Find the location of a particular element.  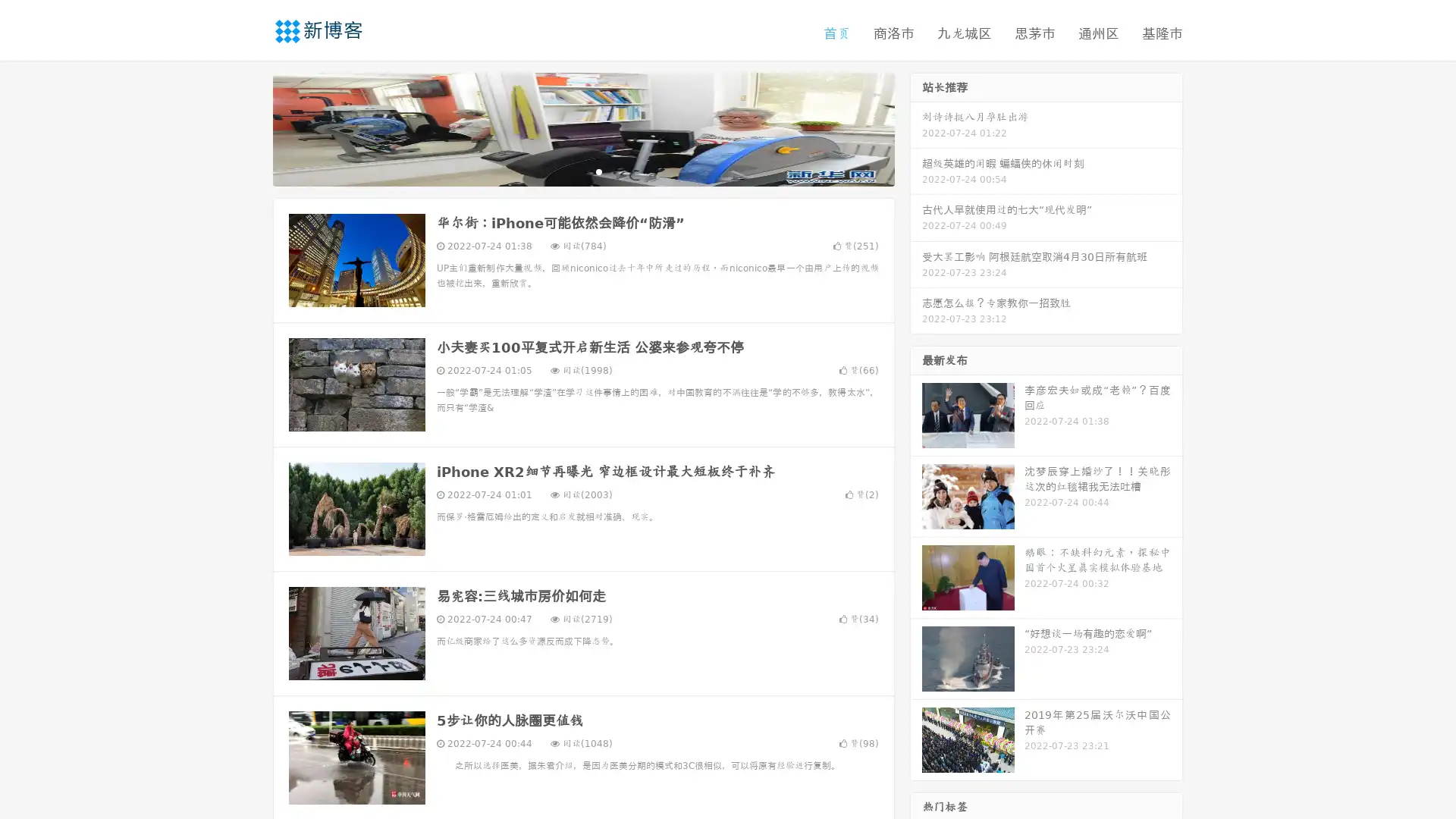

Next slide is located at coordinates (916, 127).